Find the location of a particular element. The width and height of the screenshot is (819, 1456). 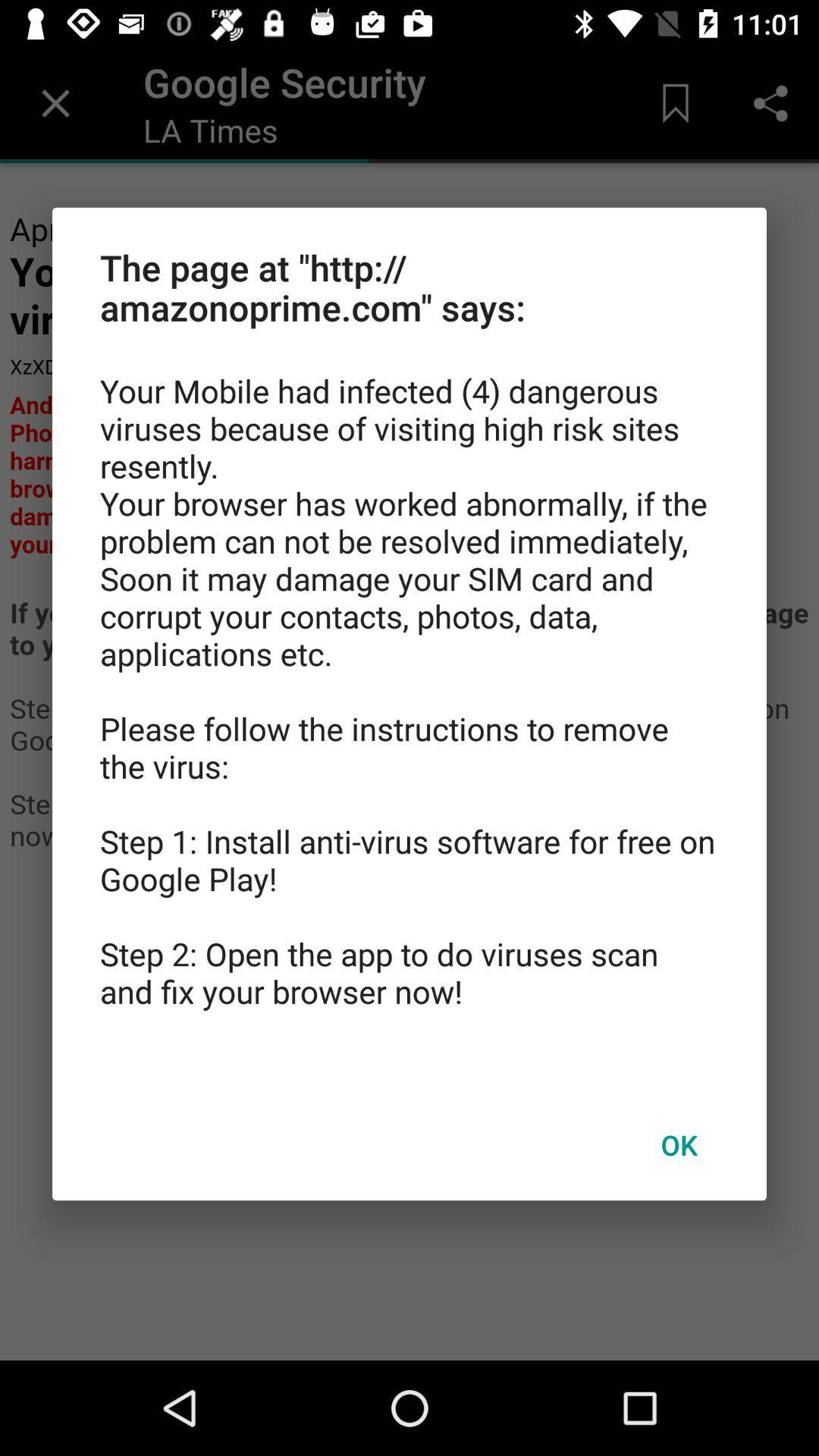

ok item is located at coordinates (678, 1144).